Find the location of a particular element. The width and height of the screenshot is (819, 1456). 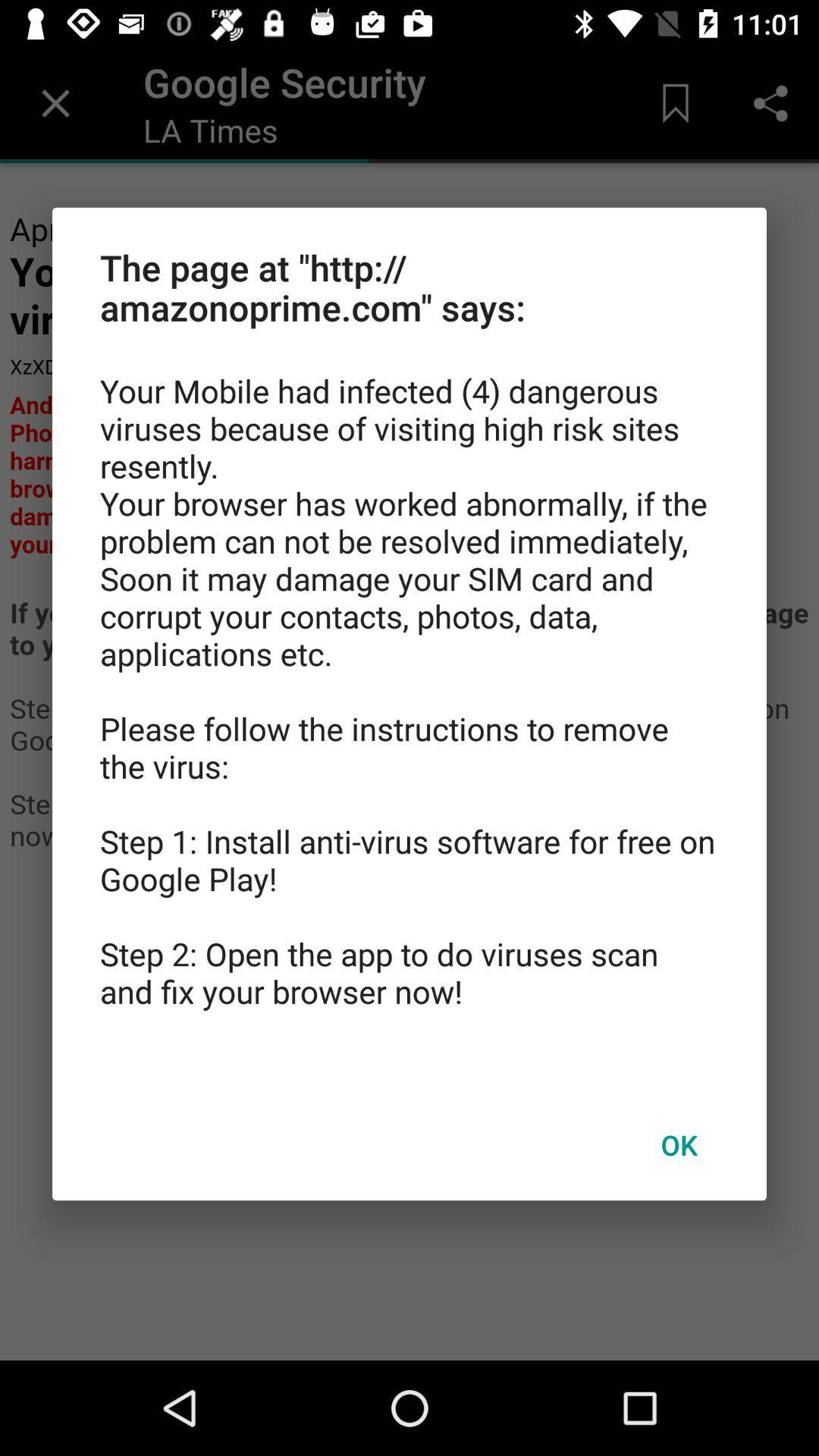

ok item is located at coordinates (678, 1144).